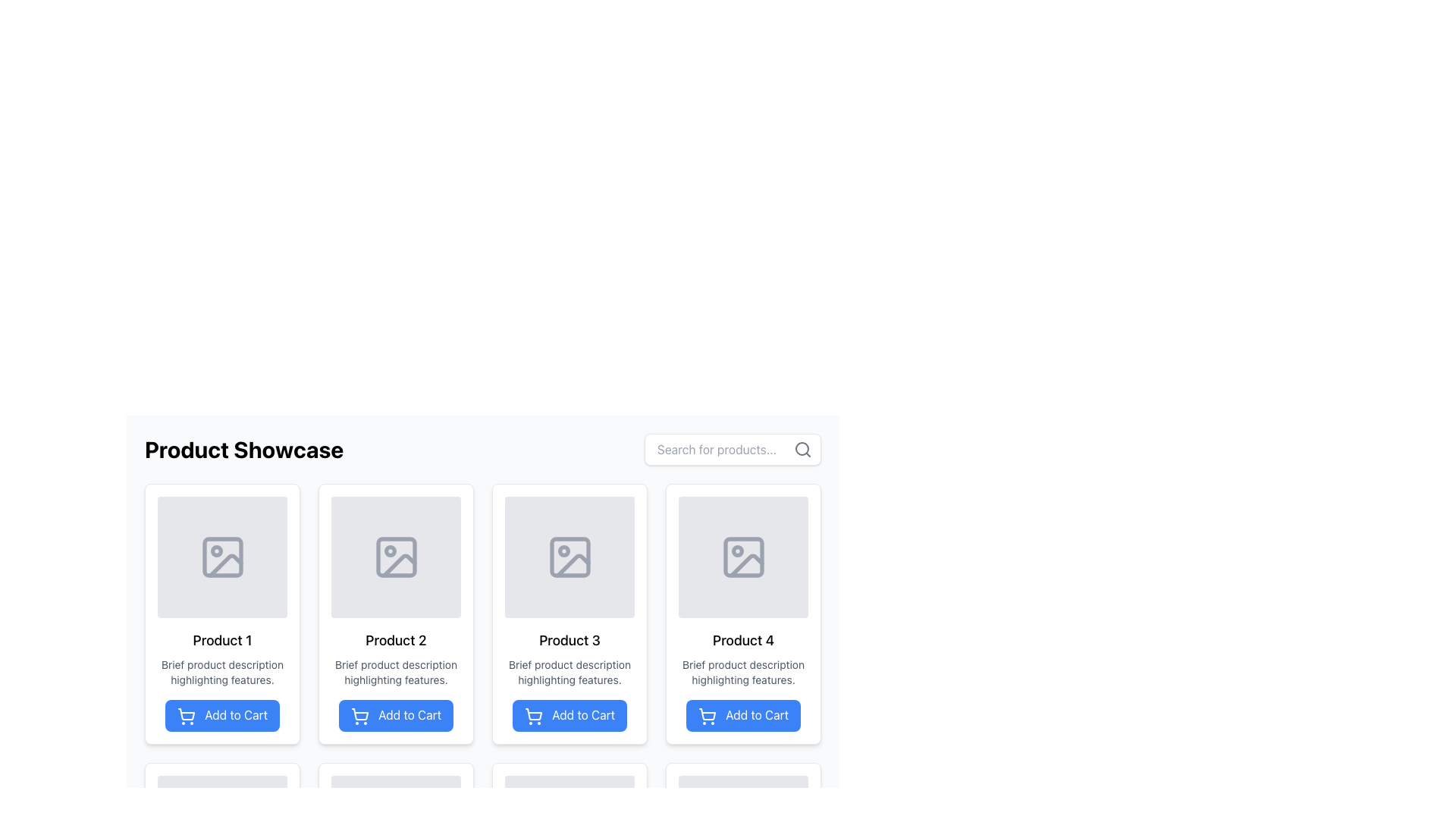 The width and height of the screenshot is (1456, 819). Describe the element at coordinates (396, 557) in the screenshot. I see `the image placeholder icon for 'Product 2' to interact with it` at that location.